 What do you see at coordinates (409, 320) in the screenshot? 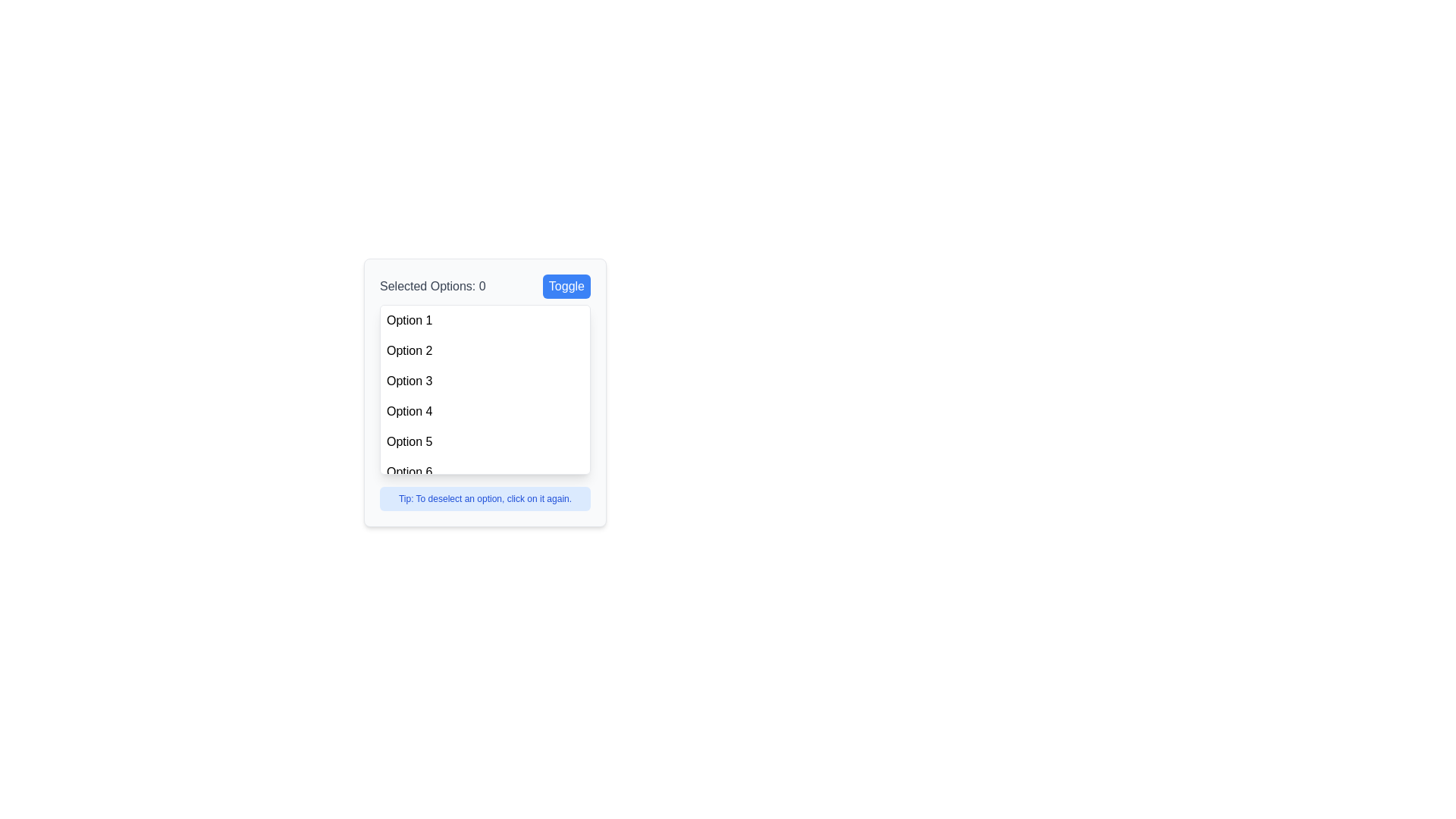
I see `the text label 'Option 1'` at bounding box center [409, 320].